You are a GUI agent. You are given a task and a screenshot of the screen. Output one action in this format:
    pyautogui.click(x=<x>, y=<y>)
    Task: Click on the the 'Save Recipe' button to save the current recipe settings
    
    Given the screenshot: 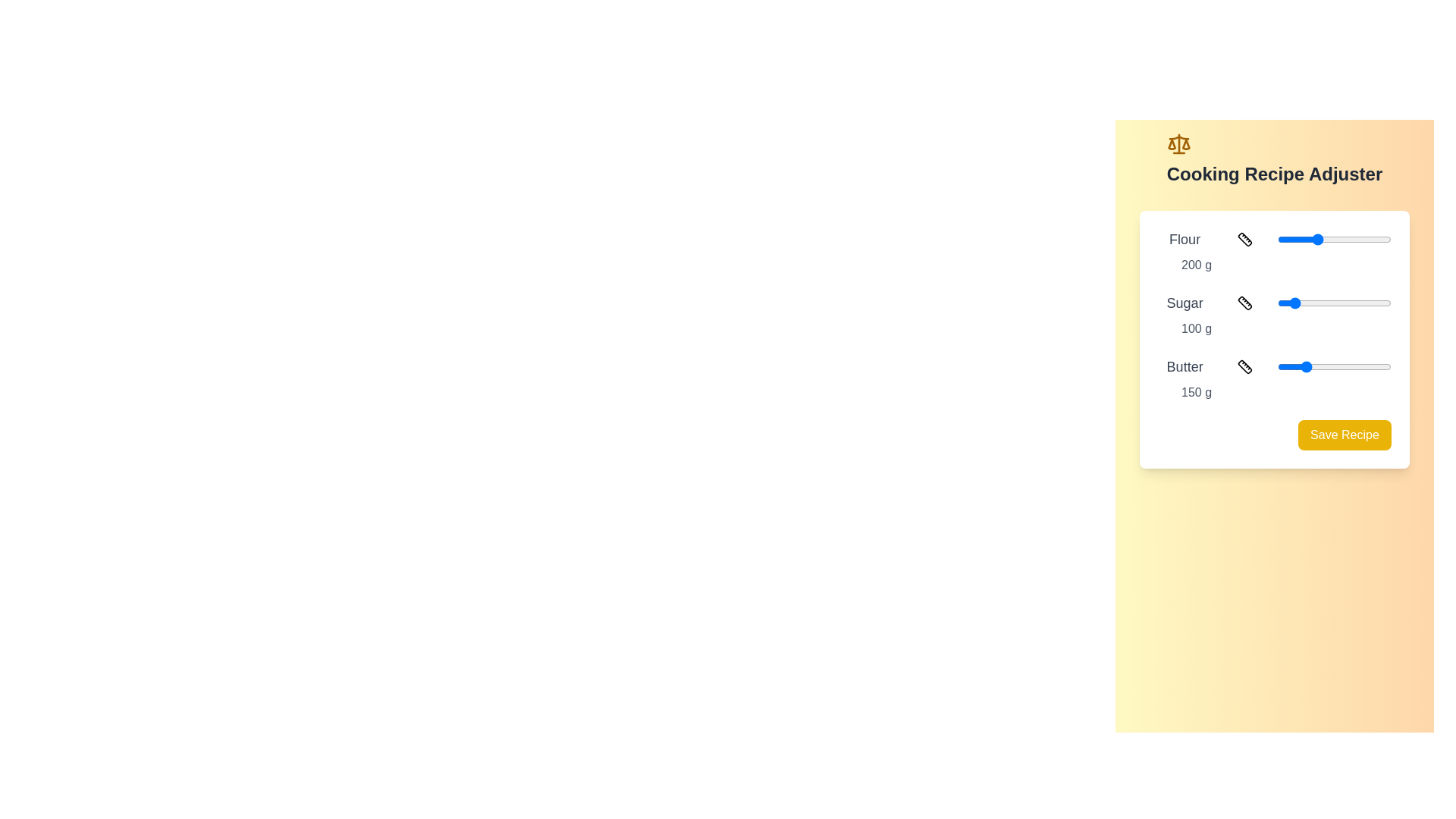 What is the action you would take?
    pyautogui.click(x=1344, y=435)
    